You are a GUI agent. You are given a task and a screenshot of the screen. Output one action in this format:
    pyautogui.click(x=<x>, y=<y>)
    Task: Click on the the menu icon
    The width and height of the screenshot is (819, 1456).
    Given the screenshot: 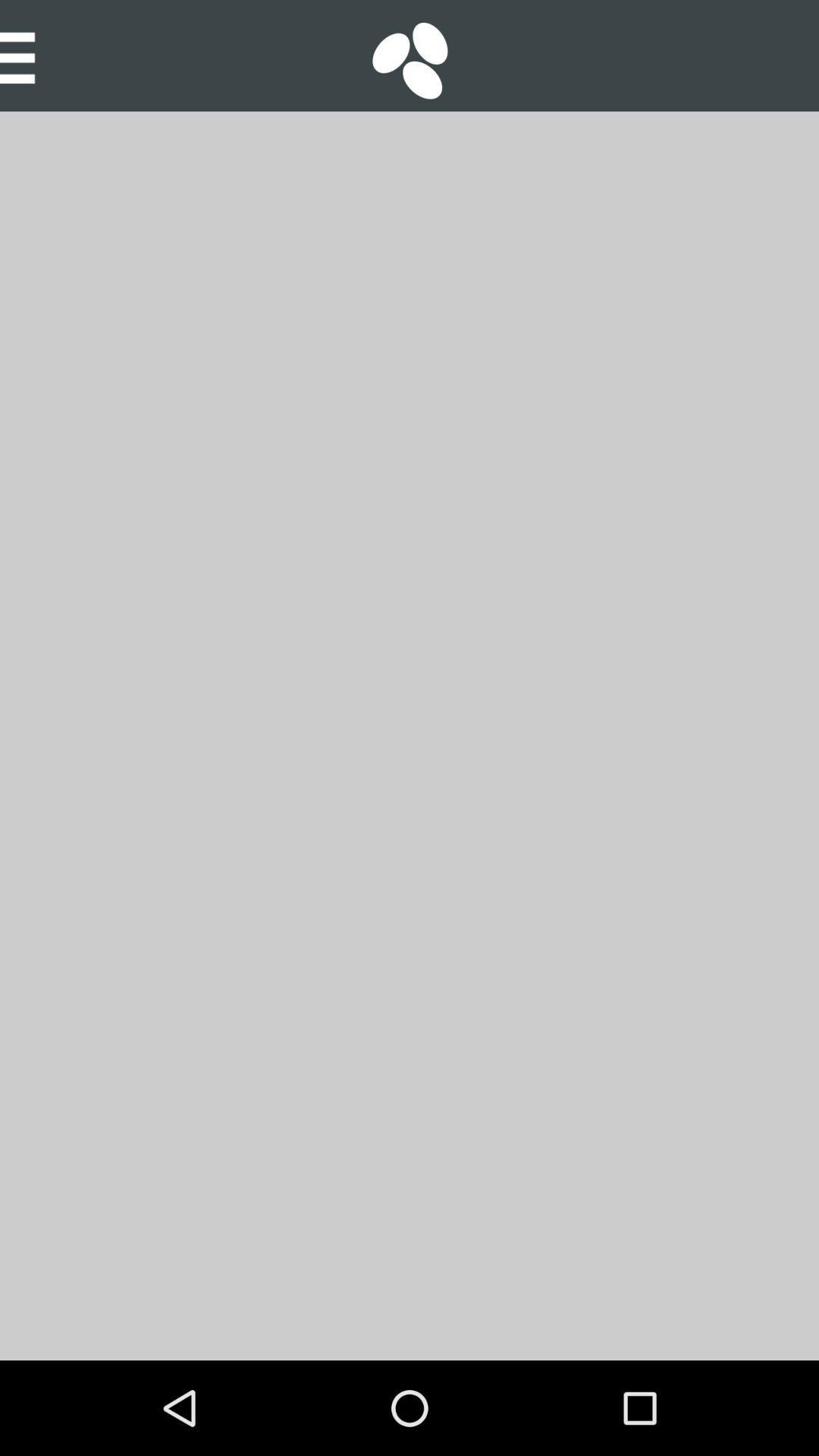 What is the action you would take?
    pyautogui.click(x=27, y=55)
    